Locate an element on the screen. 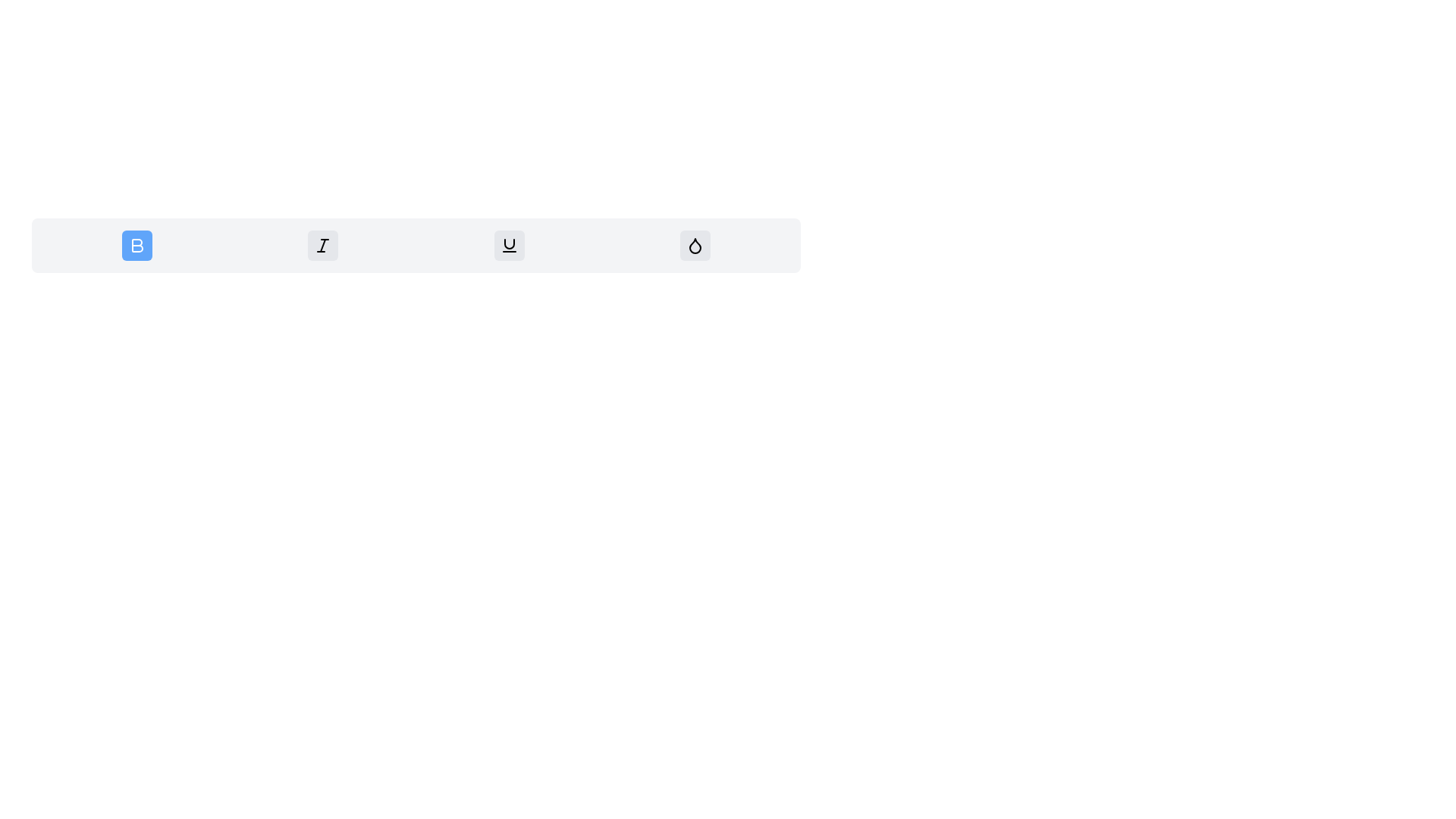  the bold text formatting icon located on the left side of the toolbar for keyboard navigation is located at coordinates (137, 245).